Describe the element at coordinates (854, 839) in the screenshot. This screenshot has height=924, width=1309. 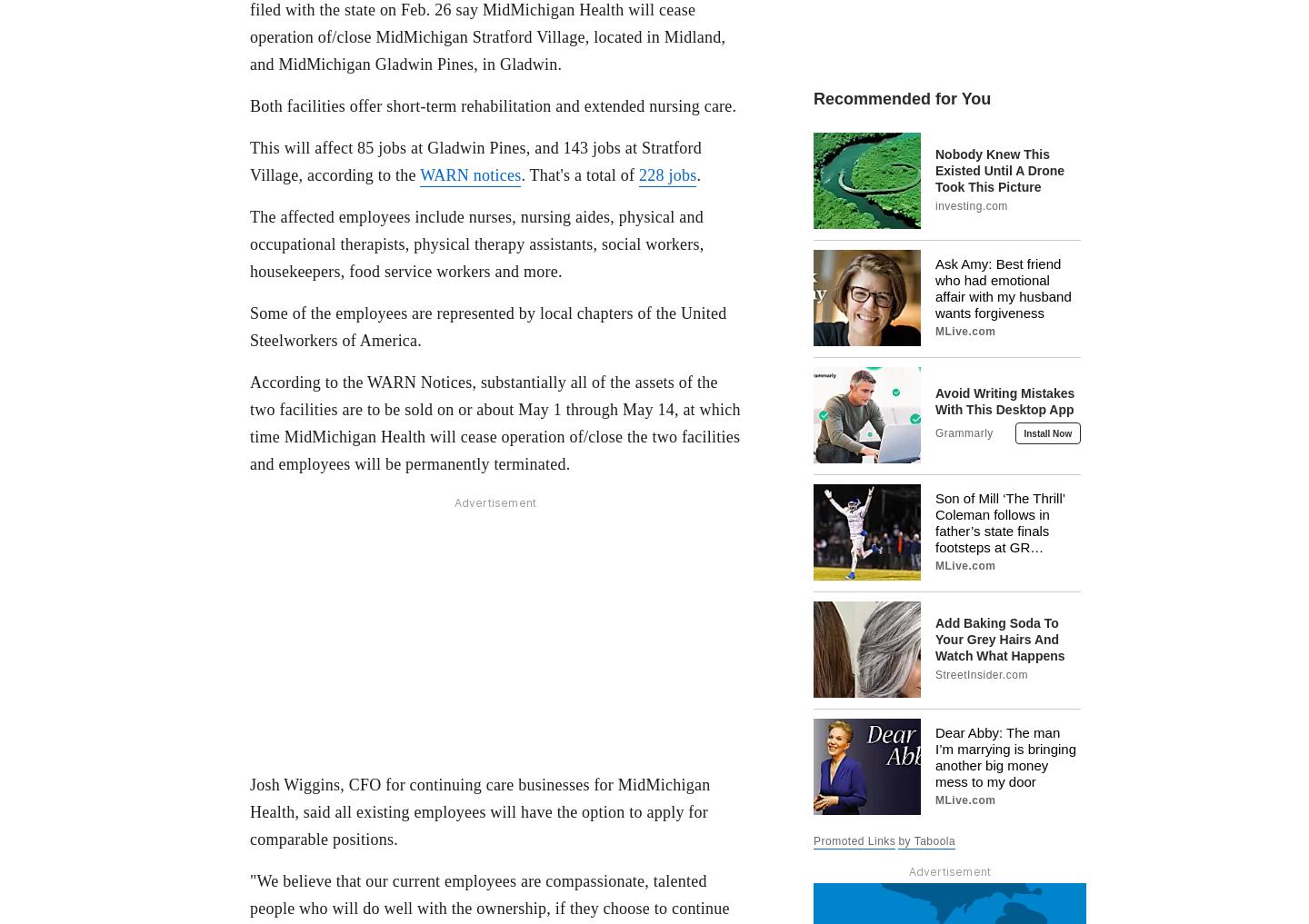
I see `'Promoted Links'` at that location.